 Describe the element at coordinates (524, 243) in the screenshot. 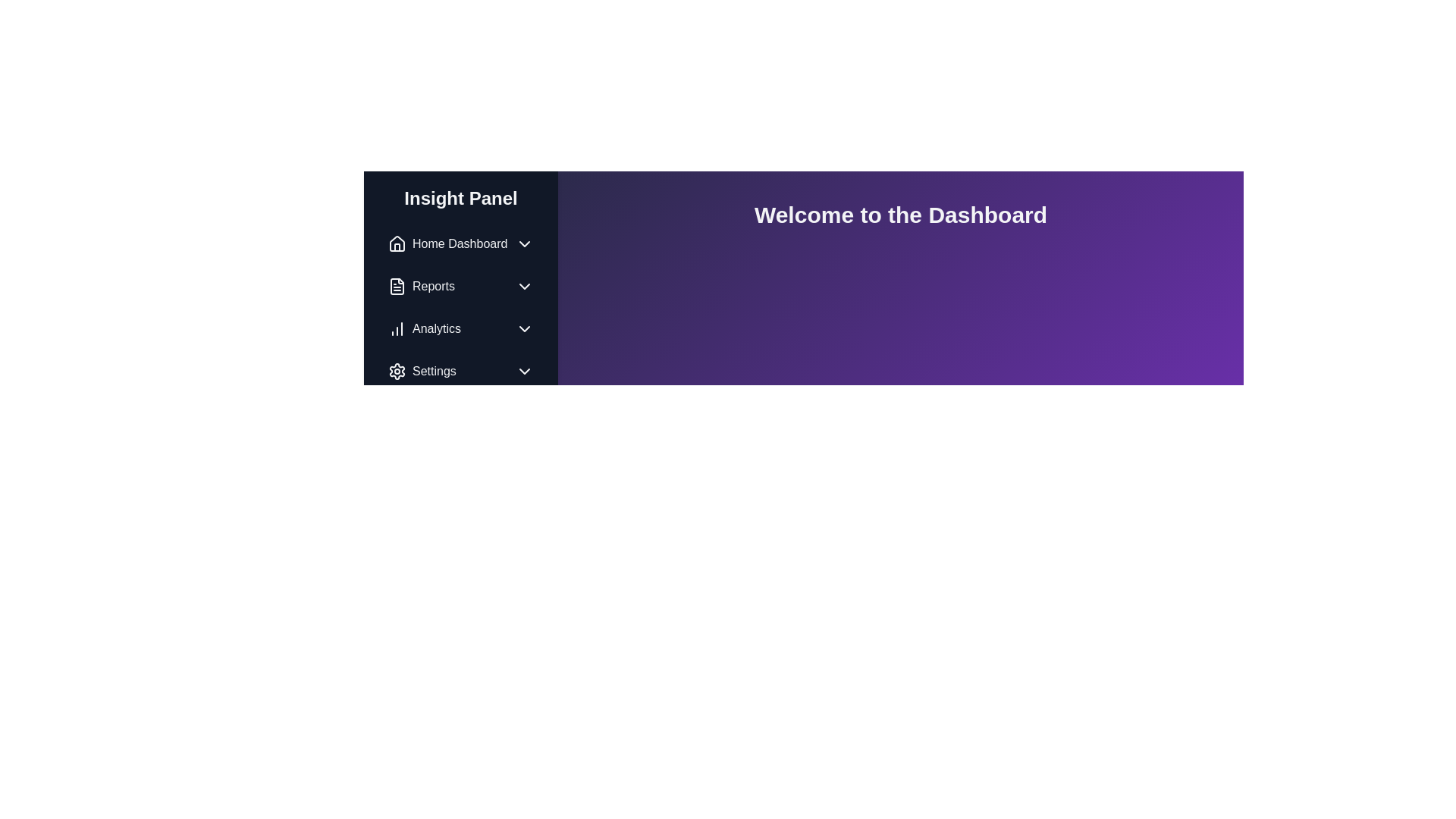

I see `the downward-pointing chevron icon` at that location.